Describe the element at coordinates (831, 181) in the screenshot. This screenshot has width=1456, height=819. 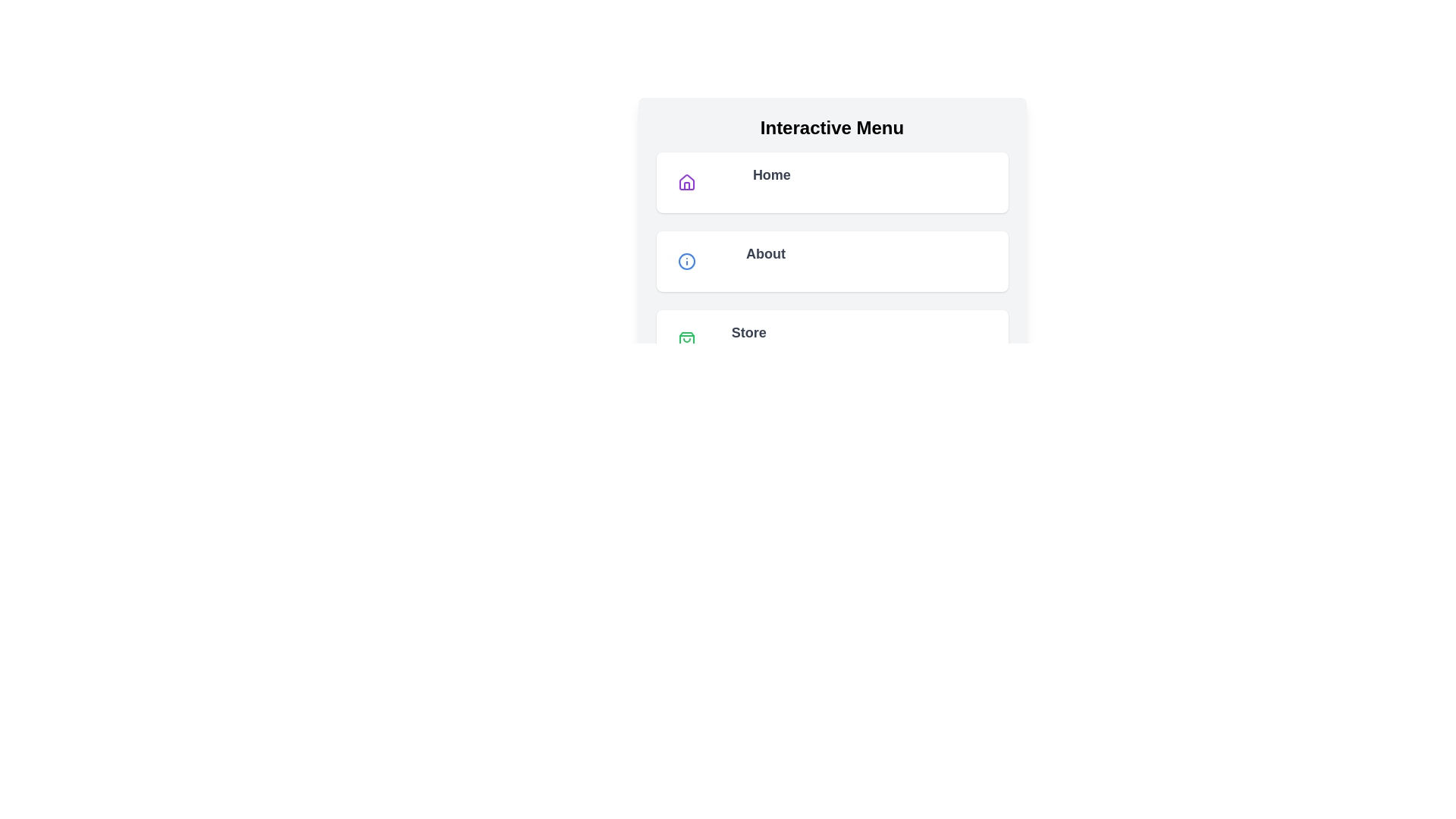
I see `the menu item labeled Home` at that location.